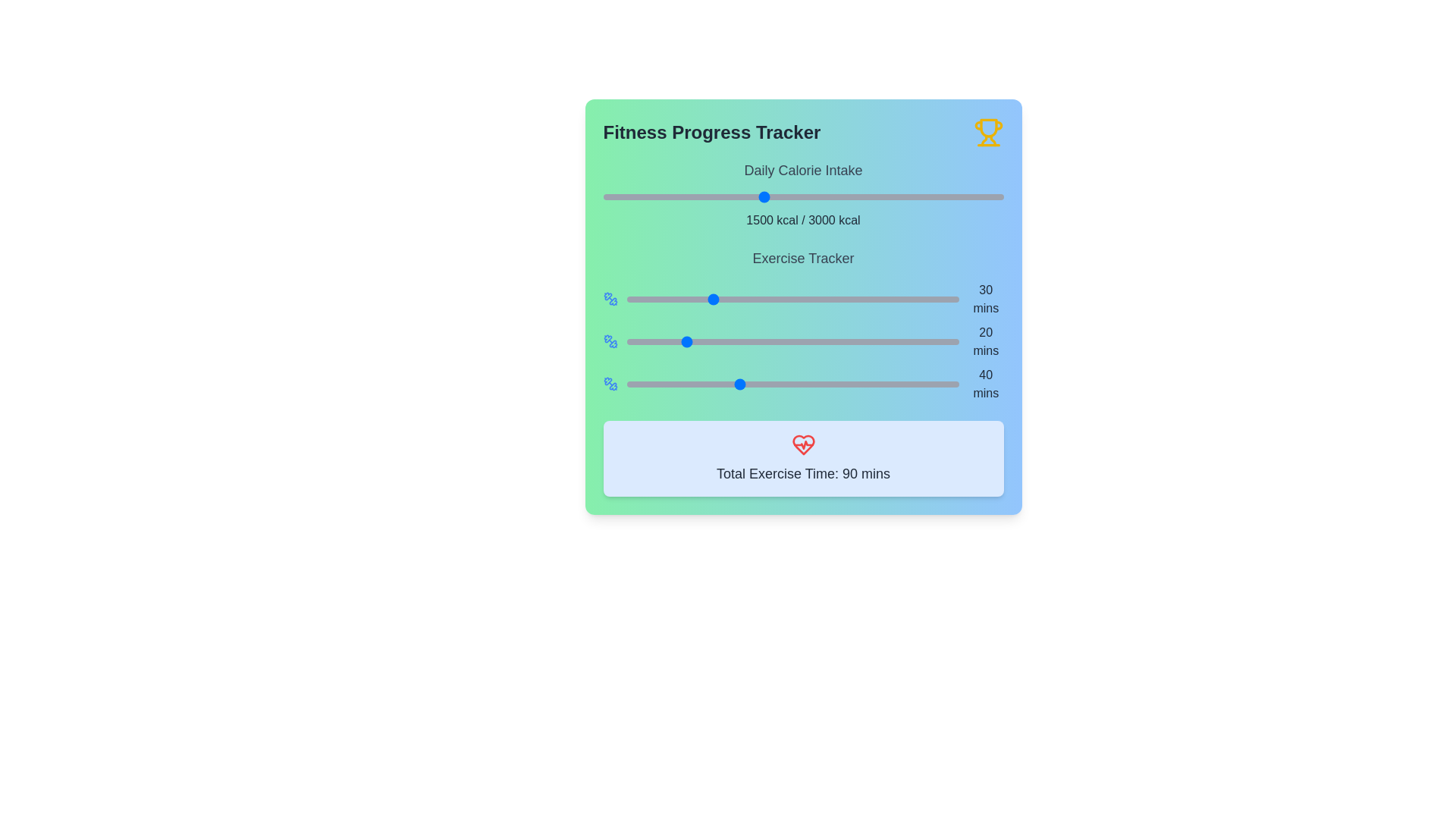  Describe the element at coordinates (930, 299) in the screenshot. I see `the exercise time` at that location.